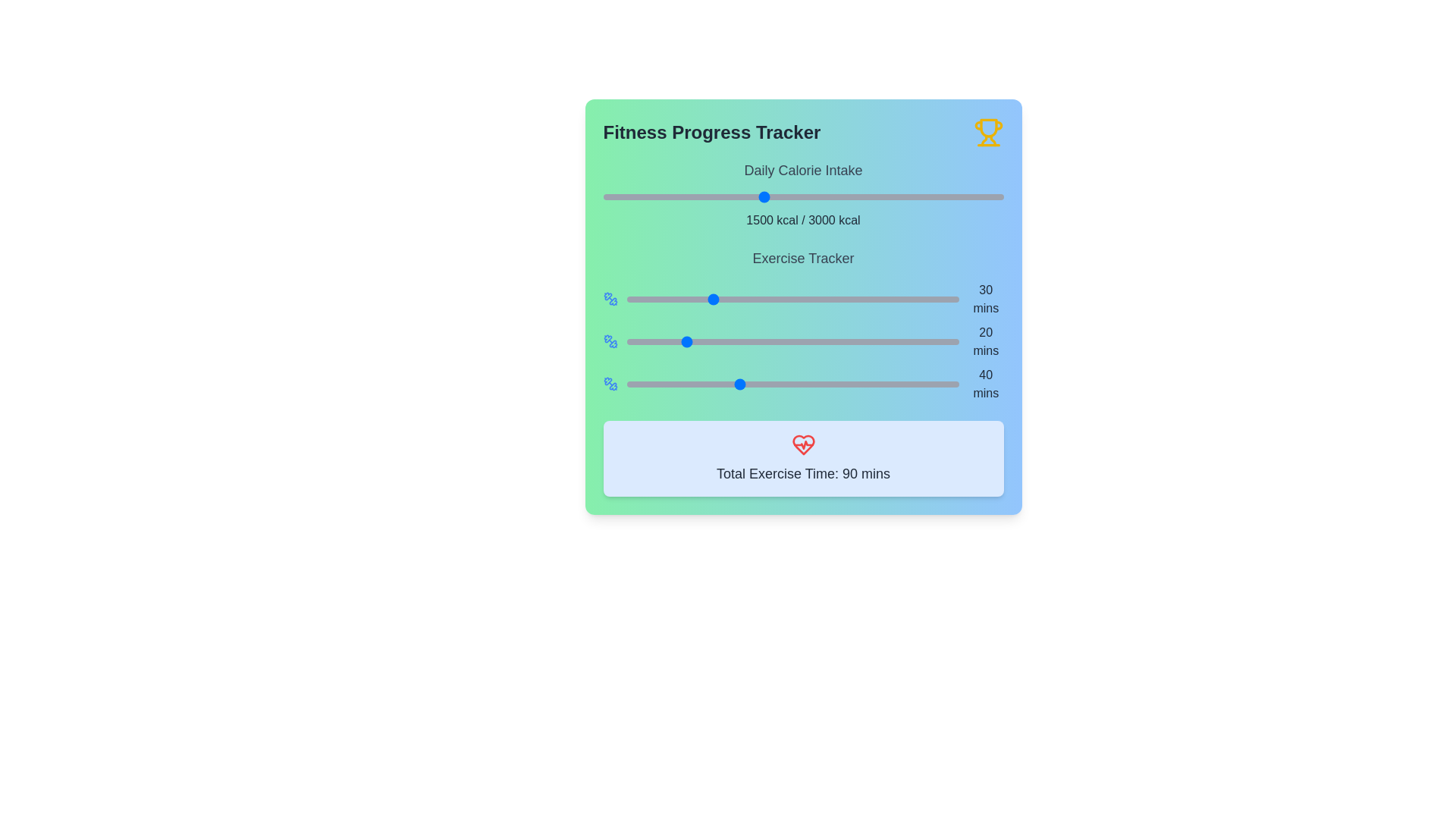  Describe the element at coordinates (930, 299) in the screenshot. I see `the exercise time` at that location.